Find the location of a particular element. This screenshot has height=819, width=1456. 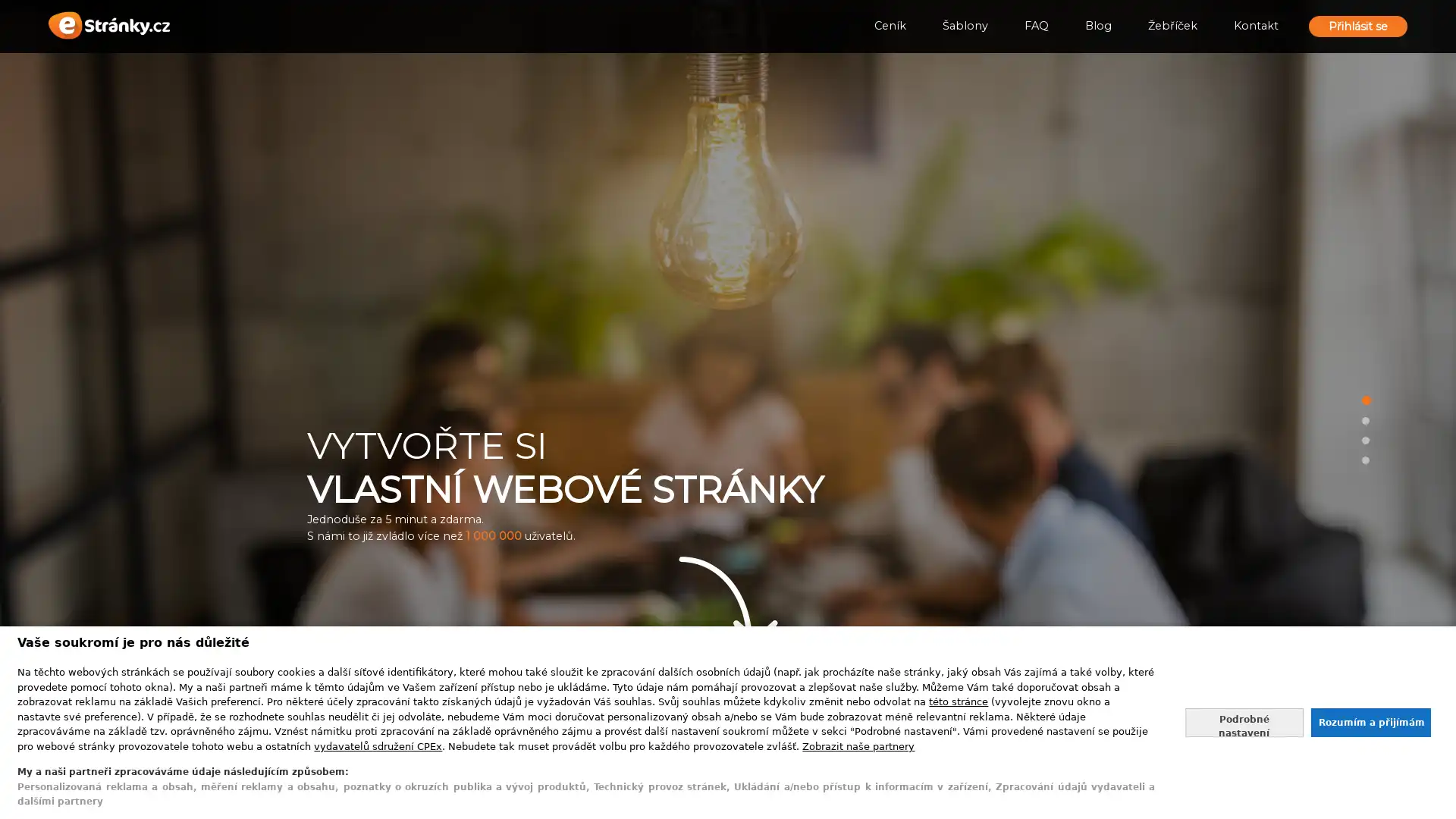

Zobrazit nase partnery is located at coordinates (858, 745).